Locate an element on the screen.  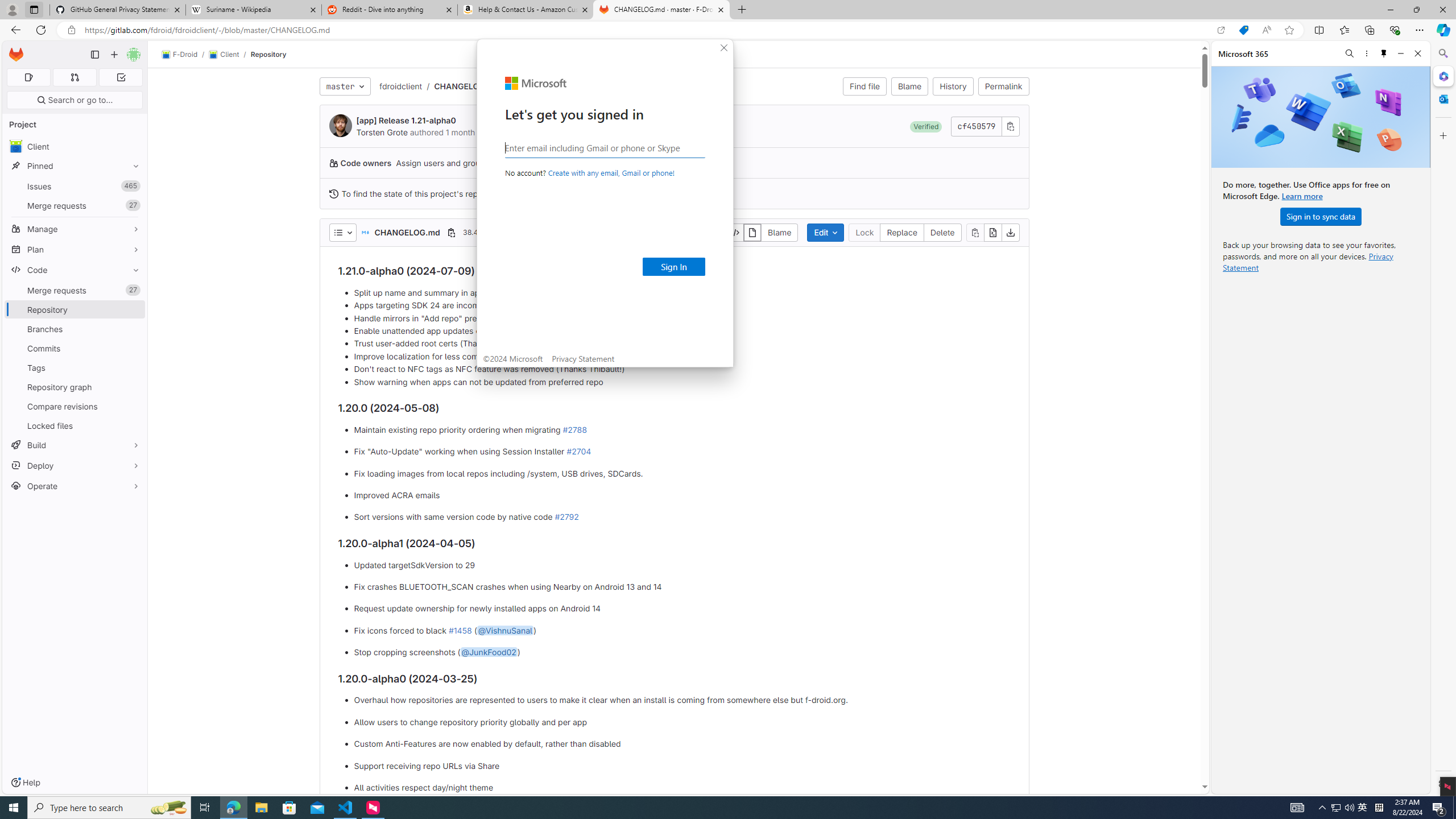
'Create with any email, Gmail or phone!' is located at coordinates (611, 172).